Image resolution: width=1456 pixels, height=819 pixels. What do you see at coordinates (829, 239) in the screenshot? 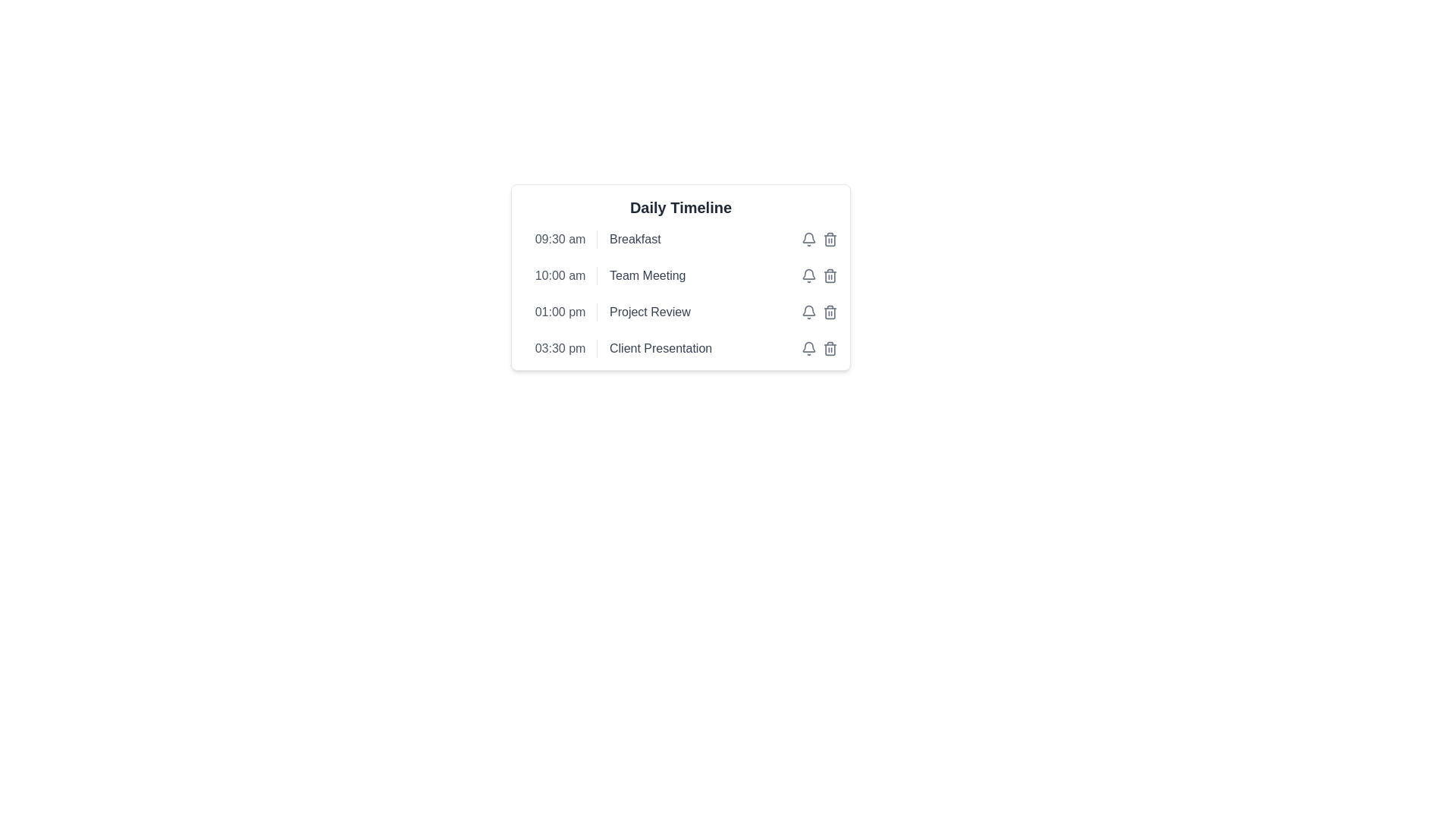
I see `the topmost delete icon button in the column of delete icons` at bounding box center [829, 239].